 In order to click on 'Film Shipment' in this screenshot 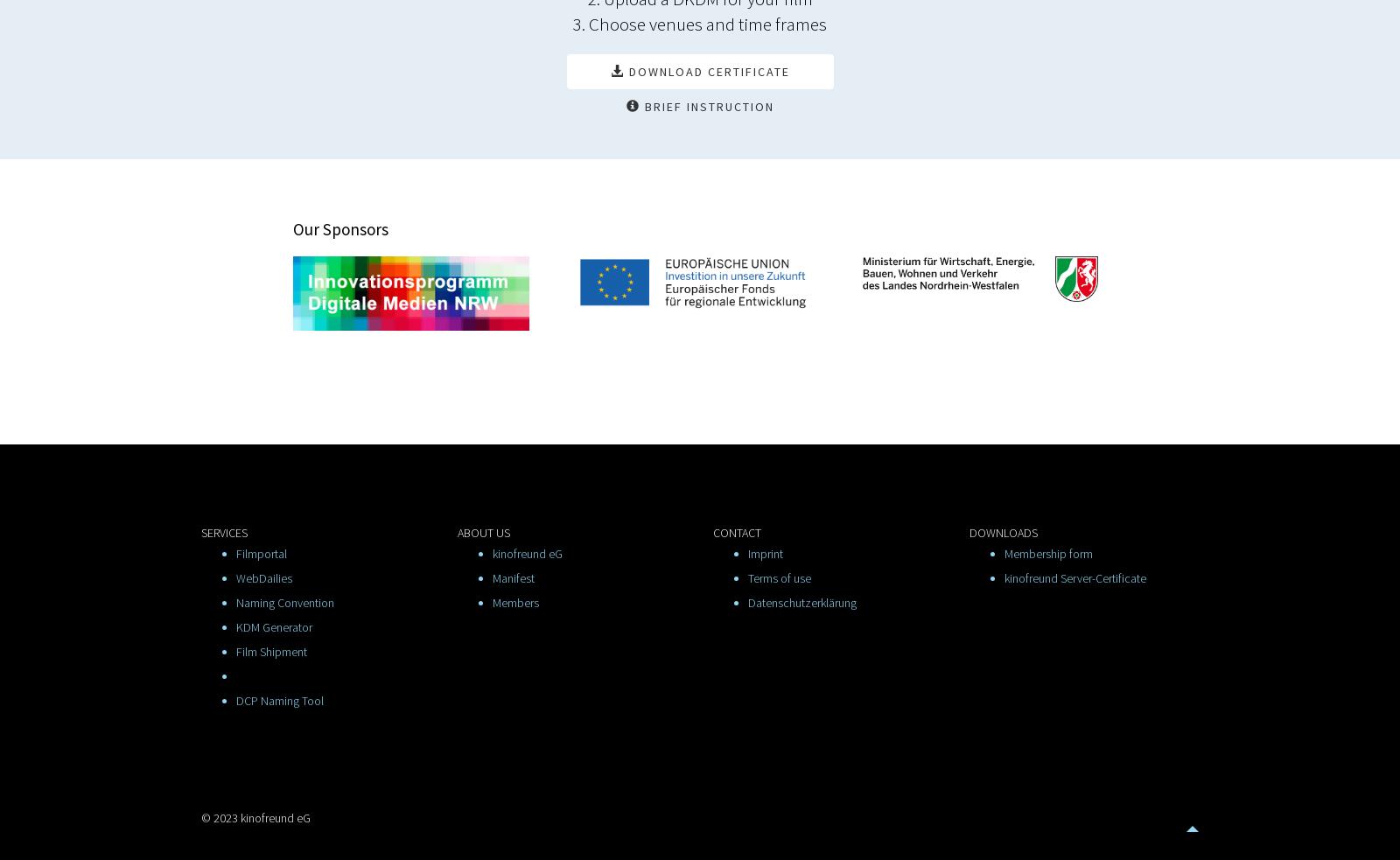, I will do `click(271, 651)`.